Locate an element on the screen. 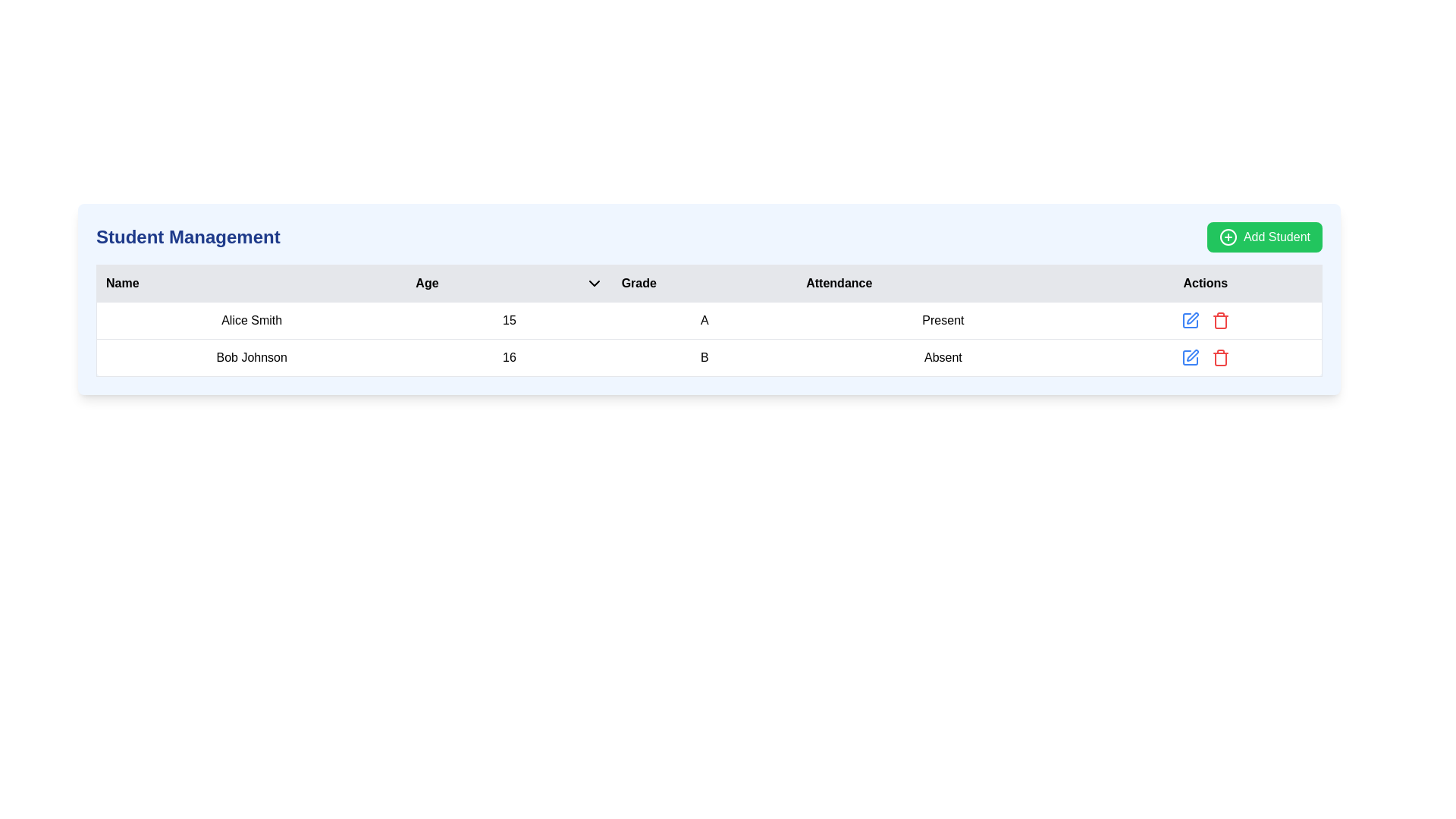 Image resolution: width=1456 pixels, height=819 pixels. value of the centered letter 'A' displayed in the 'Grade' column for the row corresponding to 'Alice Smith' in the table is located at coordinates (704, 320).